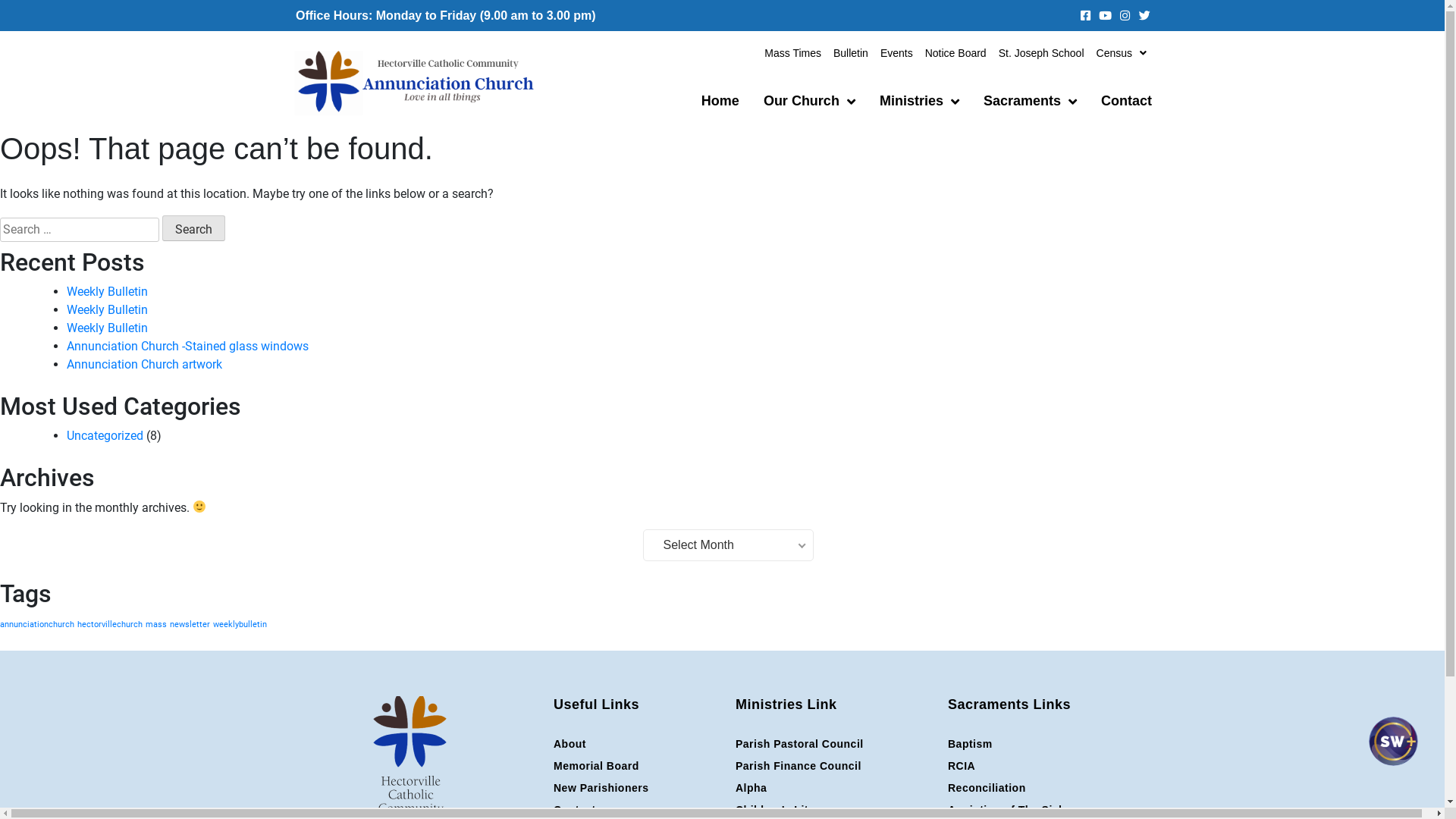 This screenshot has width=1456, height=819. Describe the element at coordinates (851, 52) in the screenshot. I see `'Bulletin'` at that location.